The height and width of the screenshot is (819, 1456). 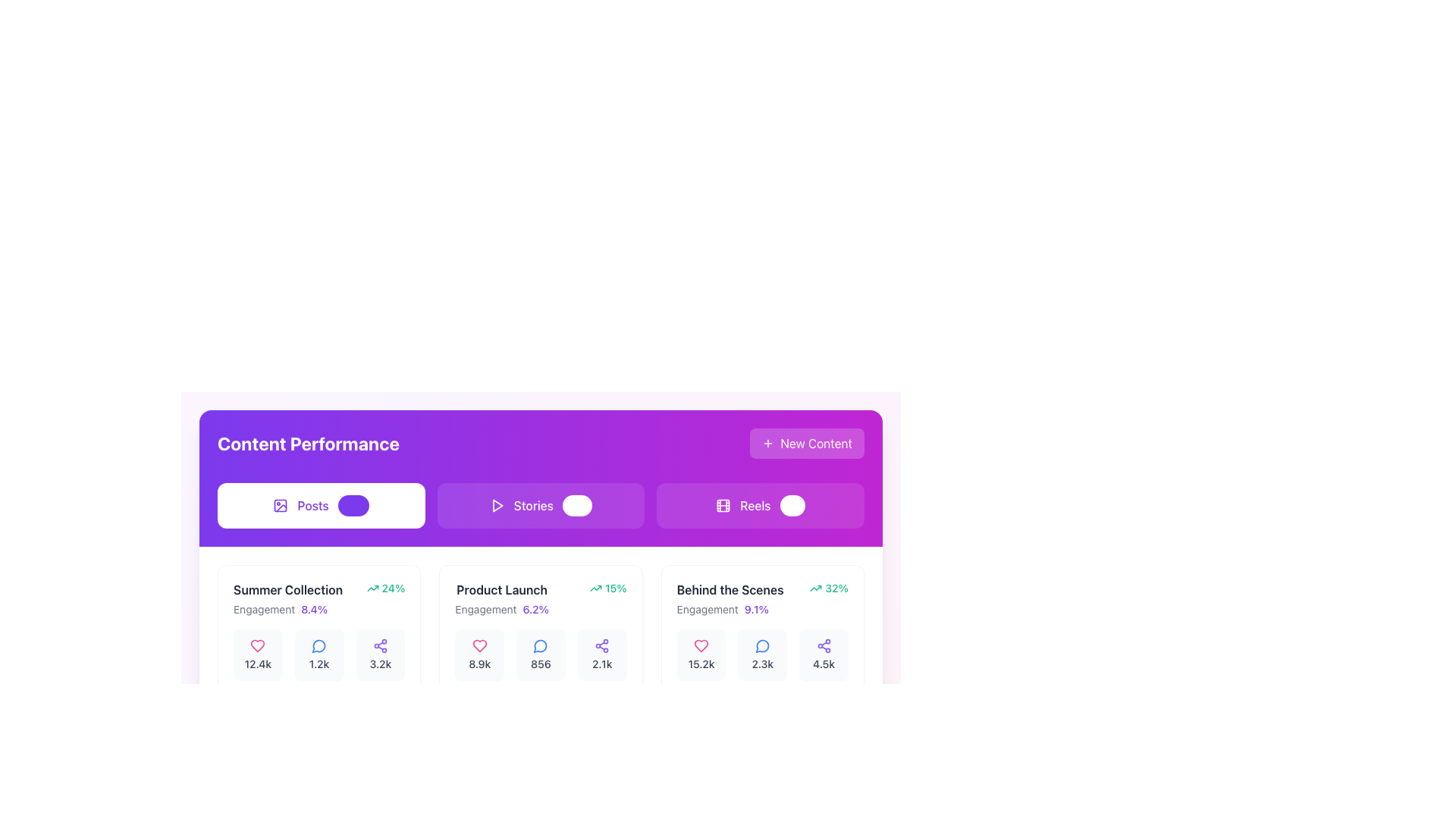 What do you see at coordinates (762, 654) in the screenshot?
I see `the informational display showing the number of comments associated with the 'Behind the Scenes' content category, located in the center column of the grid` at bounding box center [762, 654].